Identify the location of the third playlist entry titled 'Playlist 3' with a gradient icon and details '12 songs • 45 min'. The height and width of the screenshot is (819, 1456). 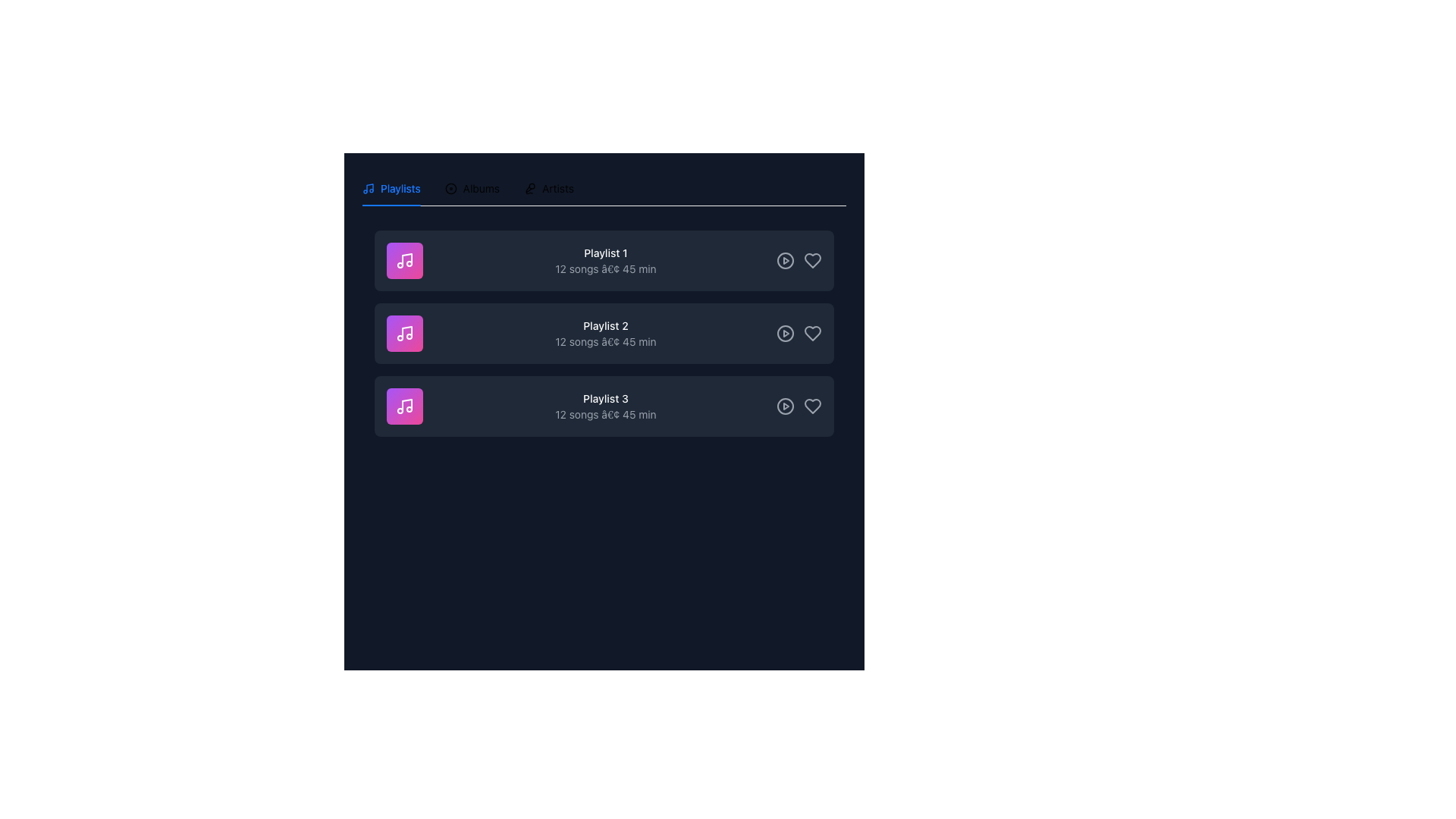
(603, 406).